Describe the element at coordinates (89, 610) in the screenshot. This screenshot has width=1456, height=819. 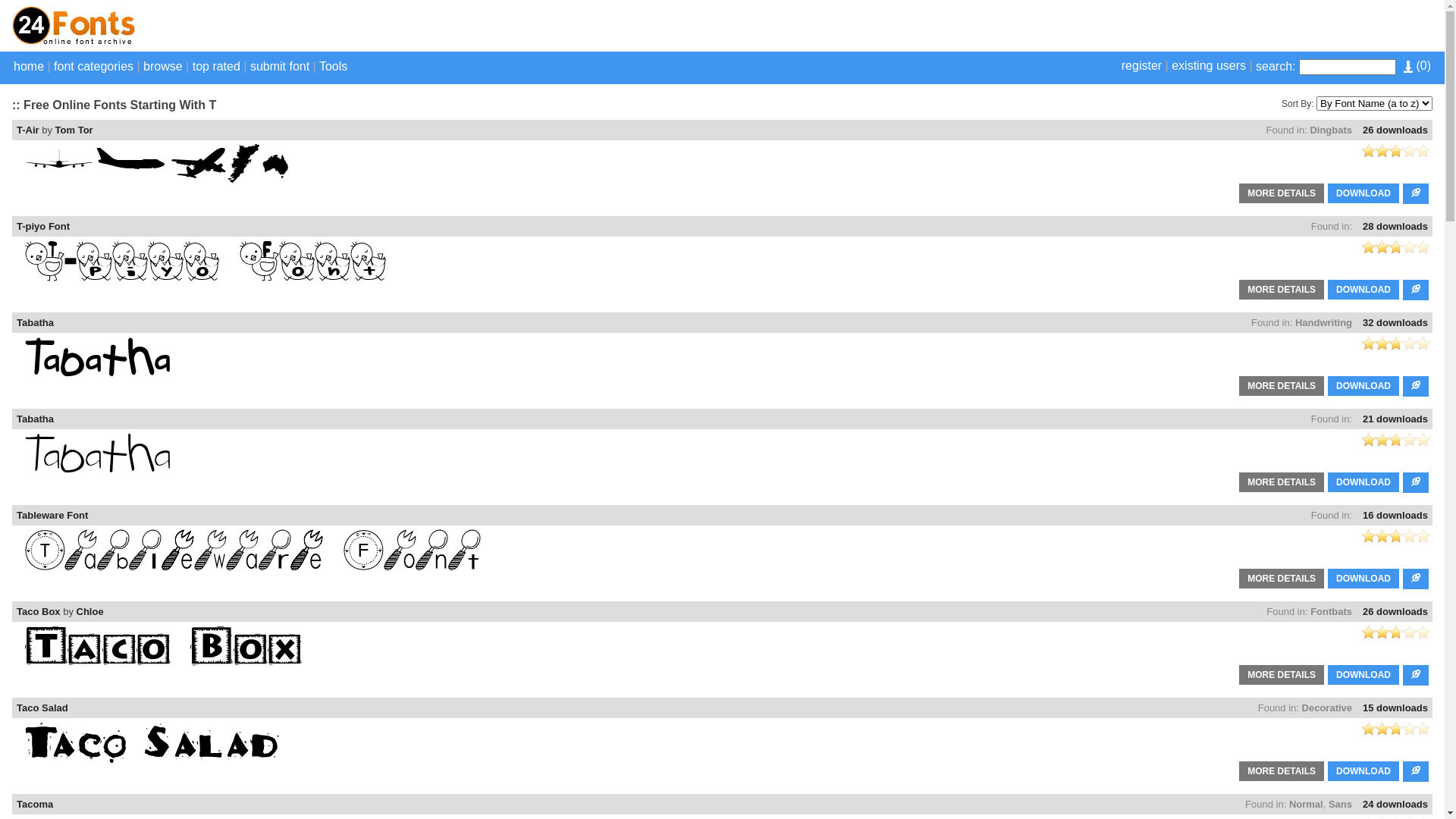
I see `'Chloe'` at that location.